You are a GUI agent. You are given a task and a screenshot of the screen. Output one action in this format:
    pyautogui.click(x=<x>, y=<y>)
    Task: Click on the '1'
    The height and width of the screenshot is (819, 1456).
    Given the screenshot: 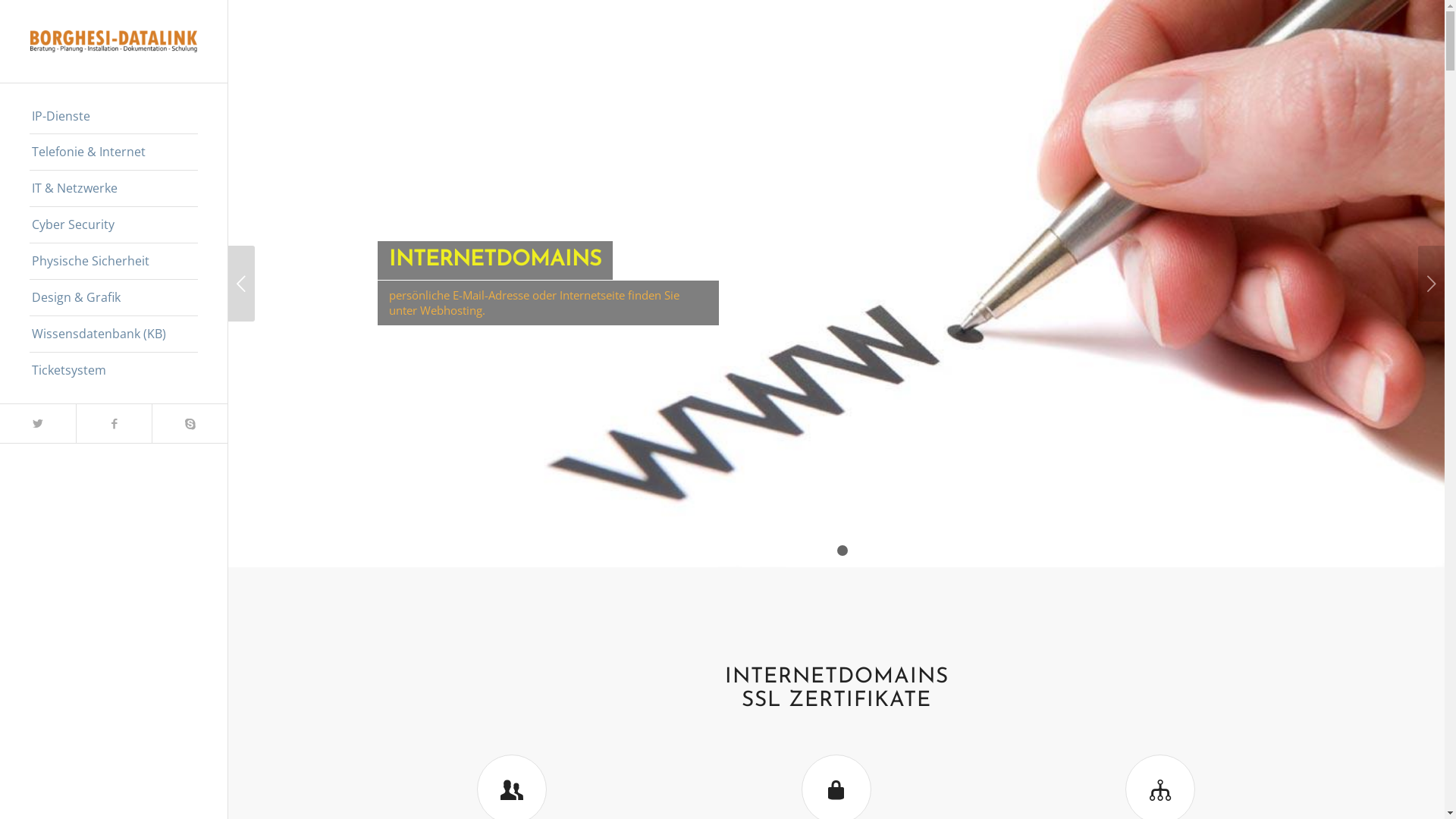 What is the action you would take?
    pyautogui.click(x=829, y=550)
    